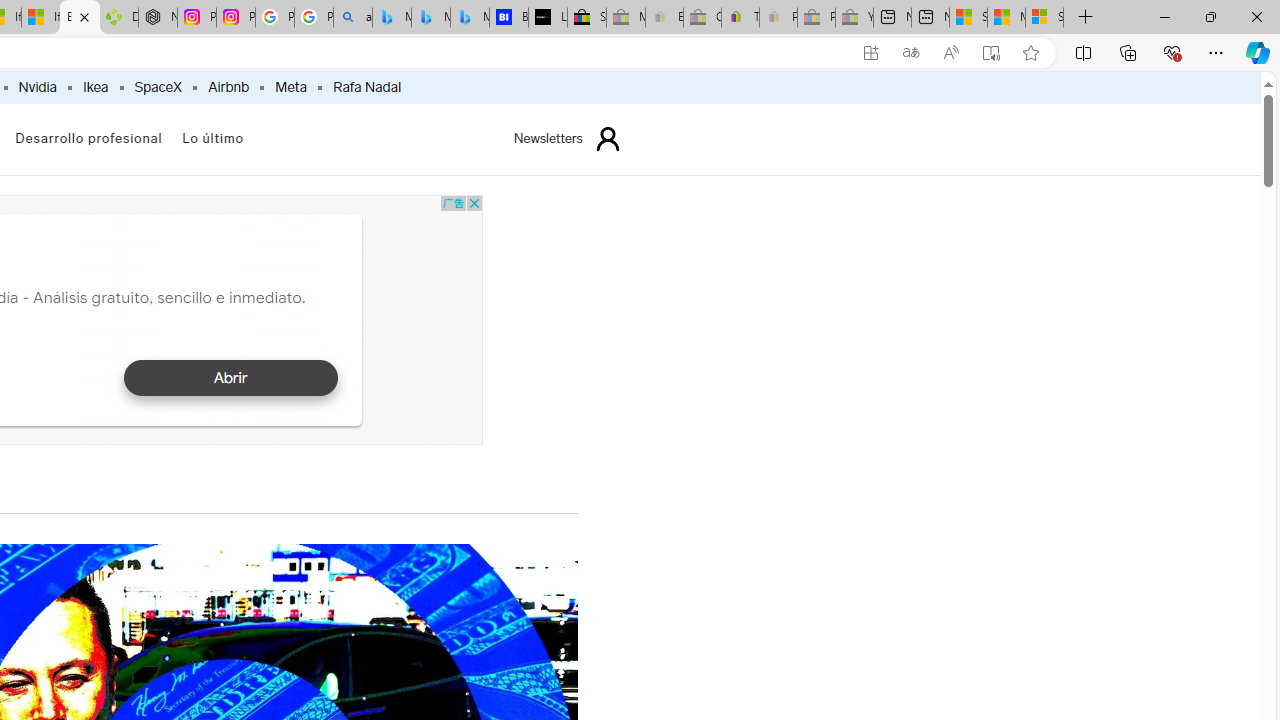 The image size is (1280, 720). I want to click on 'Yard, Garden & Outdoor Living - Sleeping', so click(854, 17).